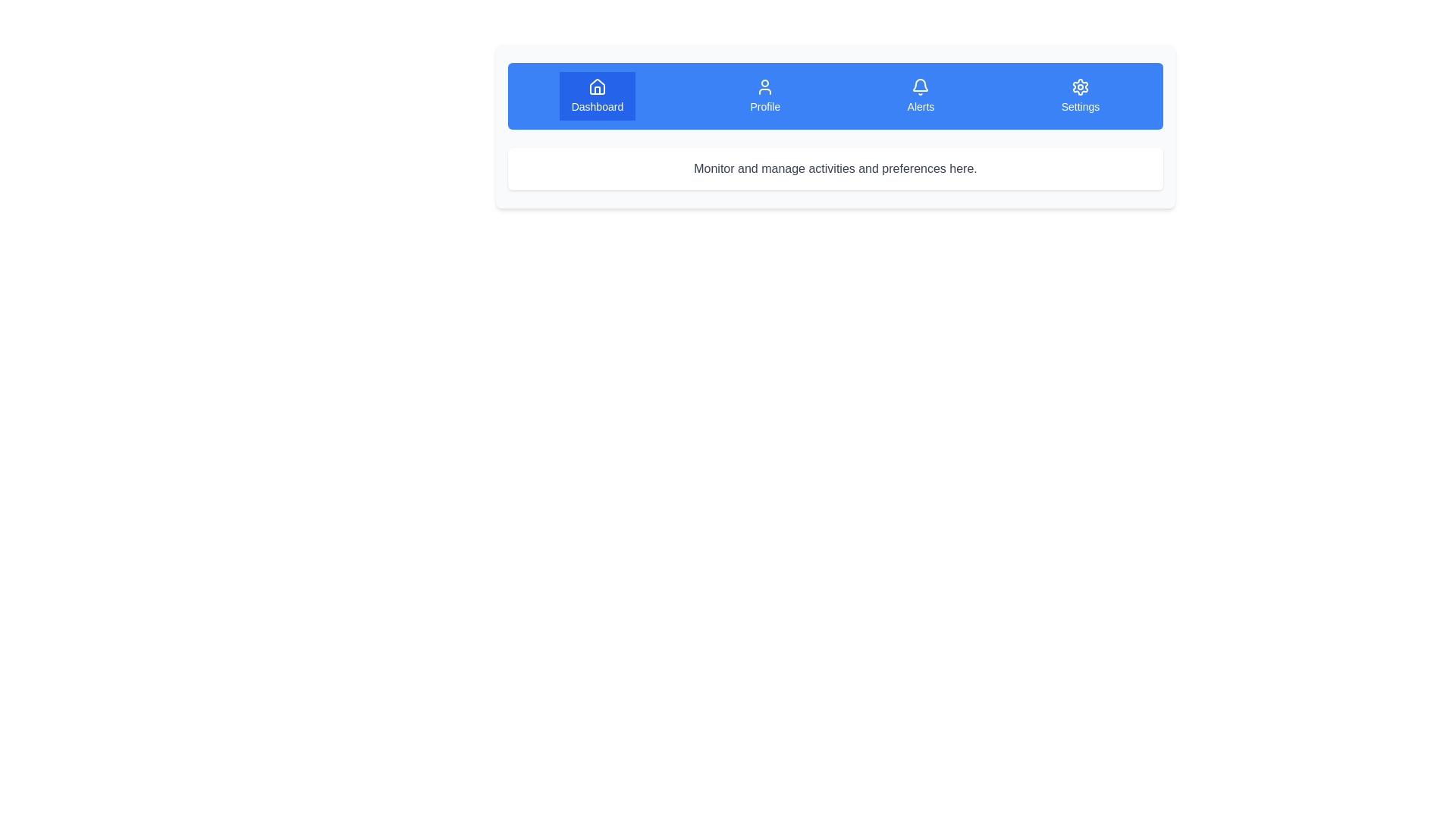 This screenshot has height=819, width=1456. What do you see at coordinates (765, 87) in the screenshot?
I see `the profile icon button, which resembles a user profile silhouette in white on a blue circular background, located in the navigation bar as the second option labeled 'Profile'` at bounding box center [765, 87].